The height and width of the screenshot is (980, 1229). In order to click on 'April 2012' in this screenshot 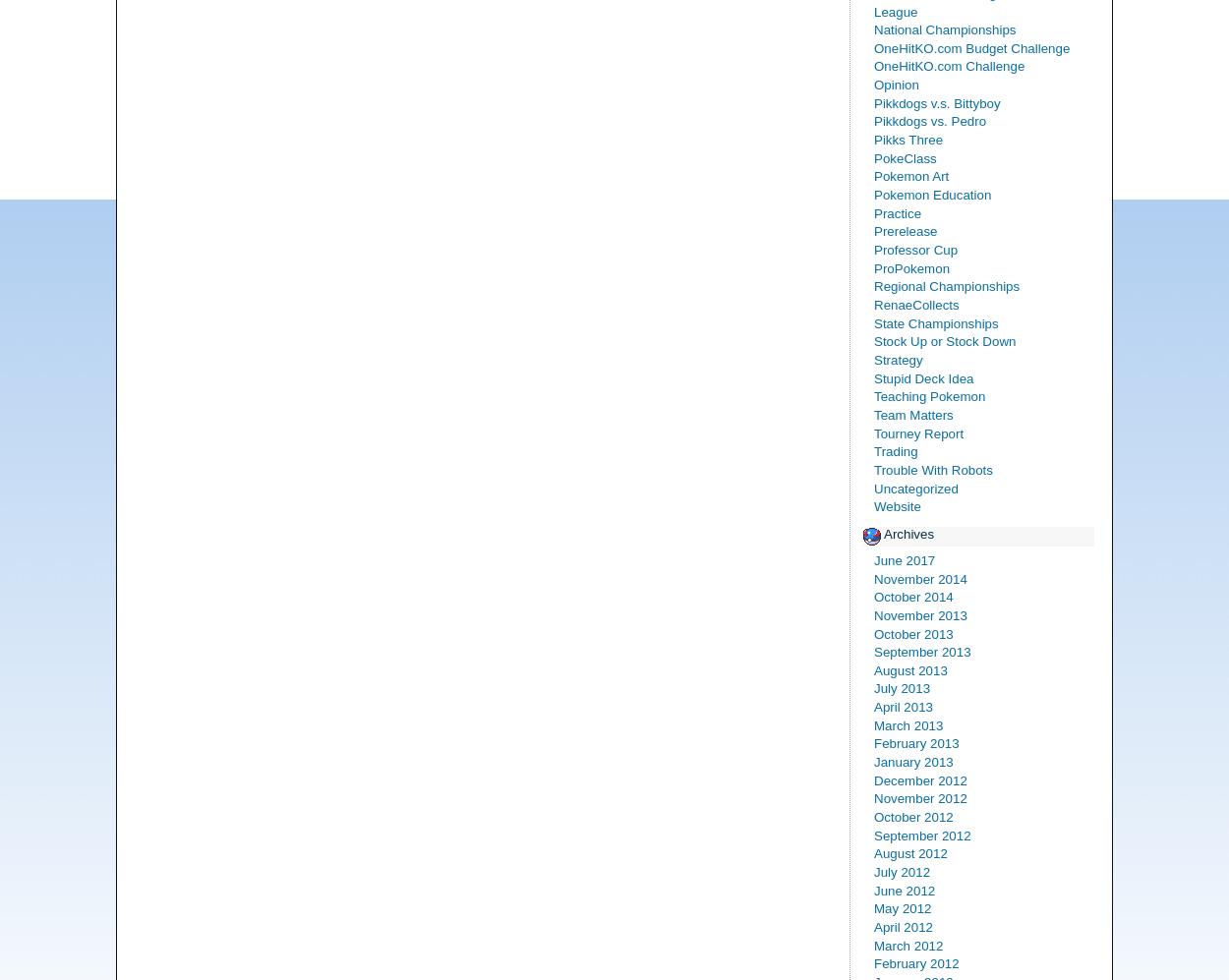, I will do `click(904, 927)`.